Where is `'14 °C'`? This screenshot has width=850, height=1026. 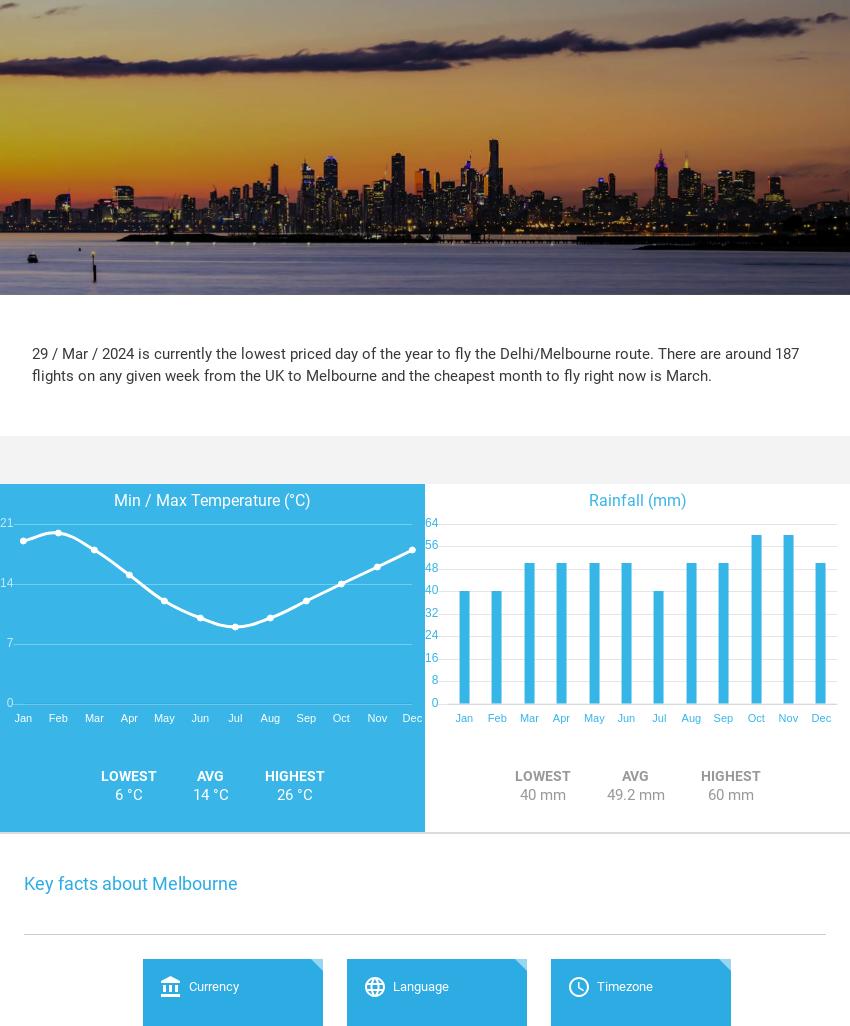
'14 °C' is located at coordinates (209, 793).